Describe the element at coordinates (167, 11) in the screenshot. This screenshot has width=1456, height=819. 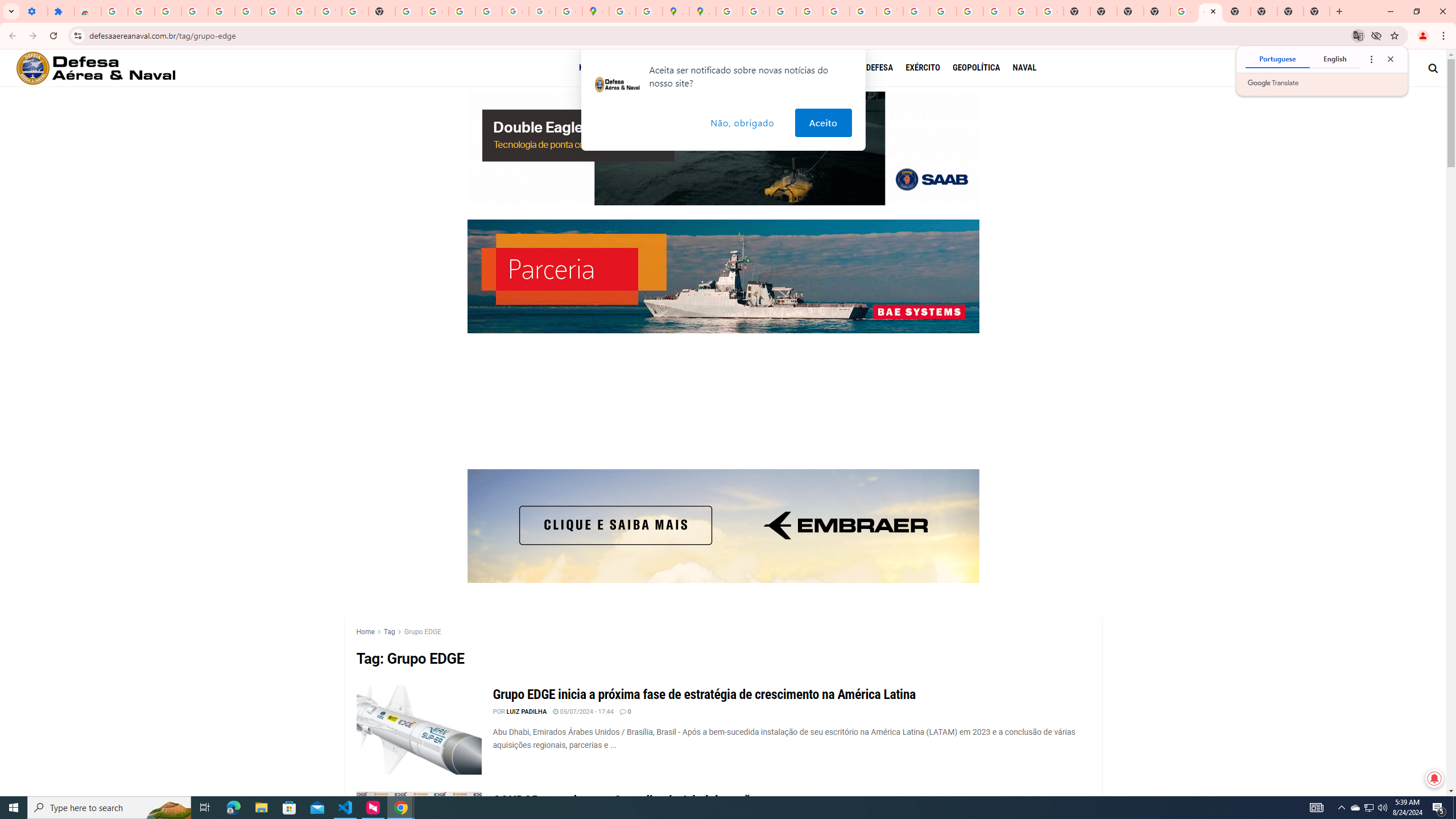
I see `'Delete photos & videos - Computer - Google Photos Help'` at that location.